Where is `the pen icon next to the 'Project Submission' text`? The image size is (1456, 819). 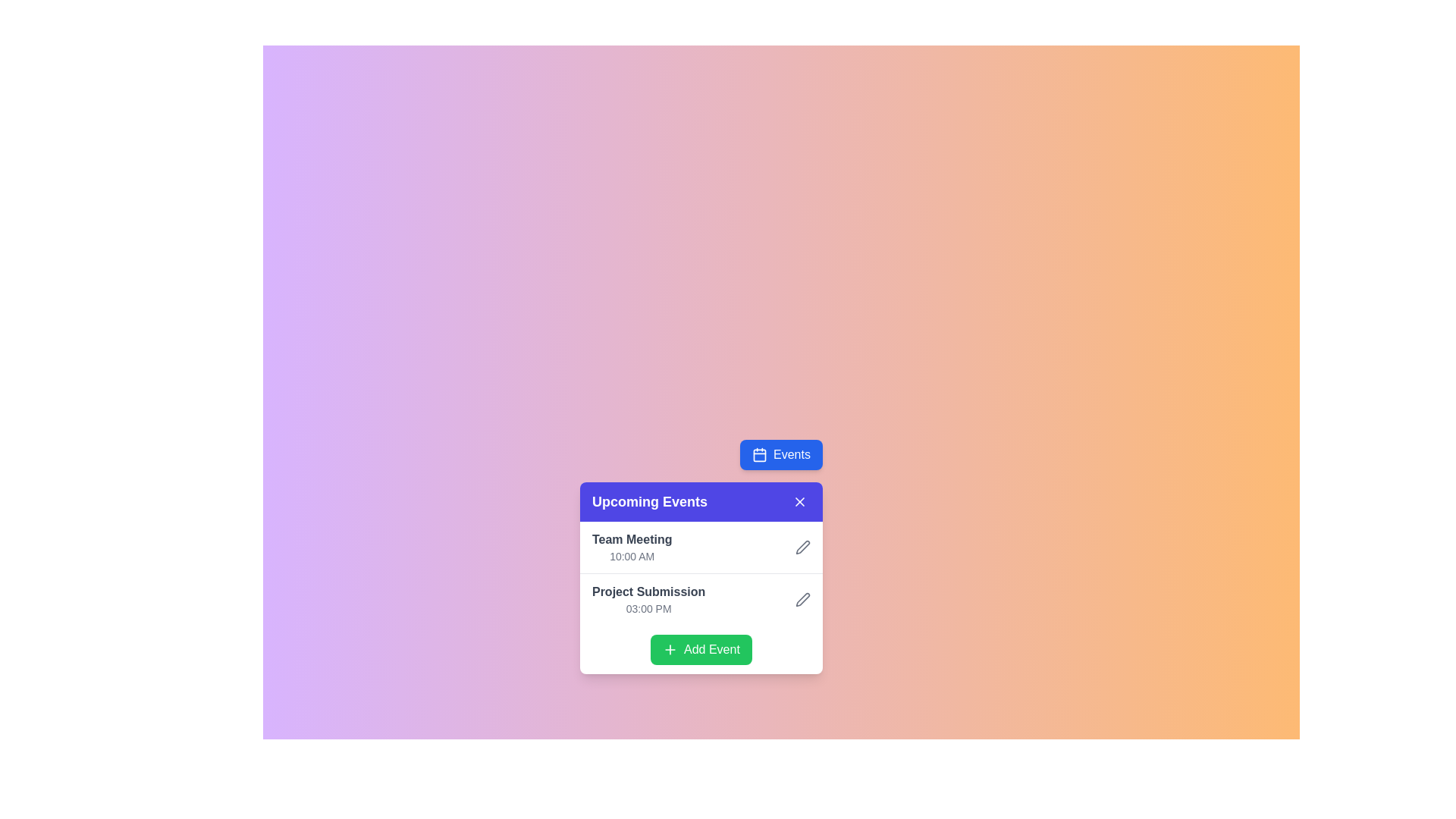
the pen icon next to the 'Project Submission' text is located at coordinates (802, 598).